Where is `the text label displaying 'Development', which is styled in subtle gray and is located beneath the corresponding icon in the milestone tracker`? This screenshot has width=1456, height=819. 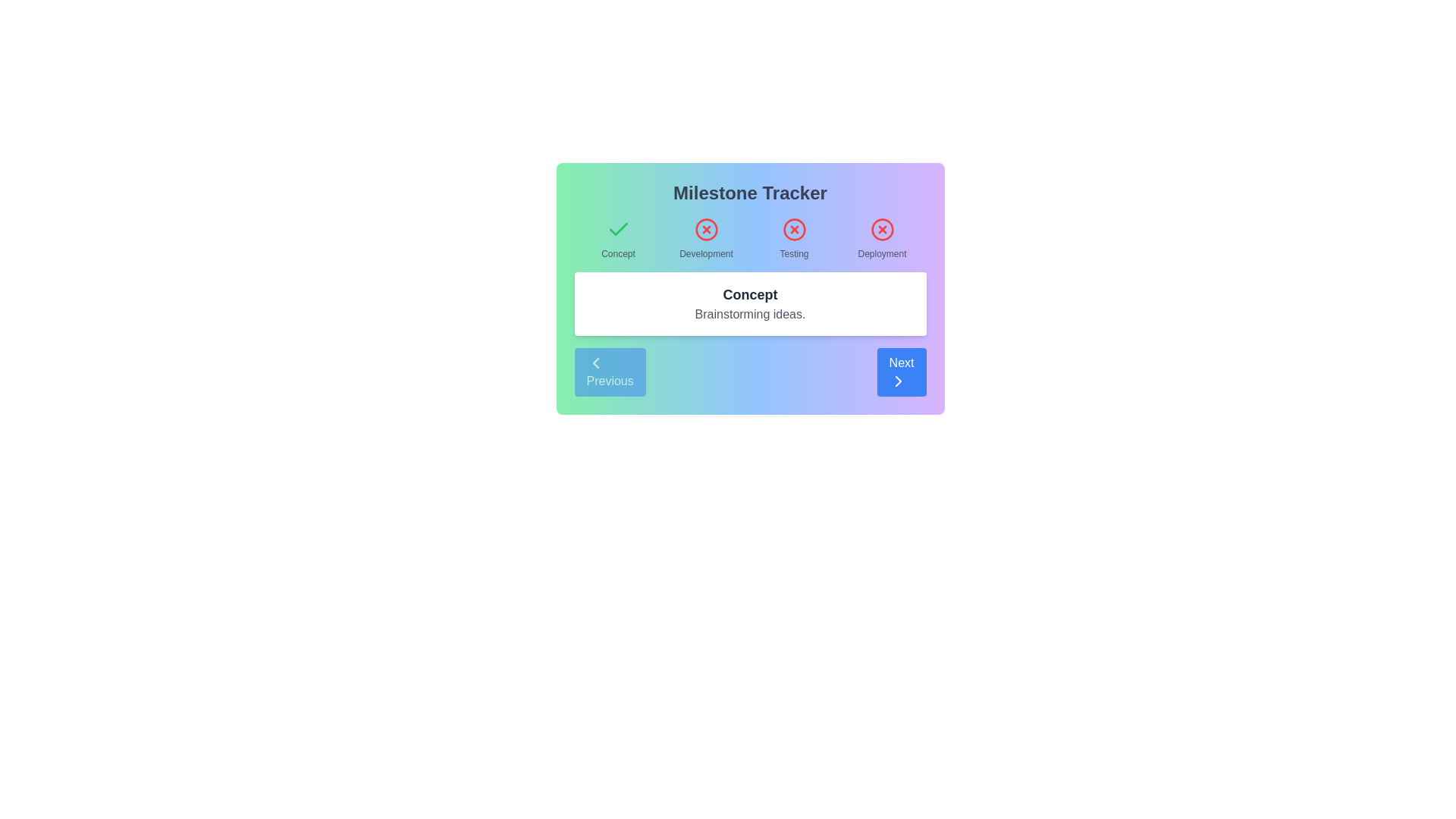
the text label displaying 'Development', which is styled in subtle gray and is located beneath the corresponding icon in the milestone tracker is located at coordinates (705, 253).